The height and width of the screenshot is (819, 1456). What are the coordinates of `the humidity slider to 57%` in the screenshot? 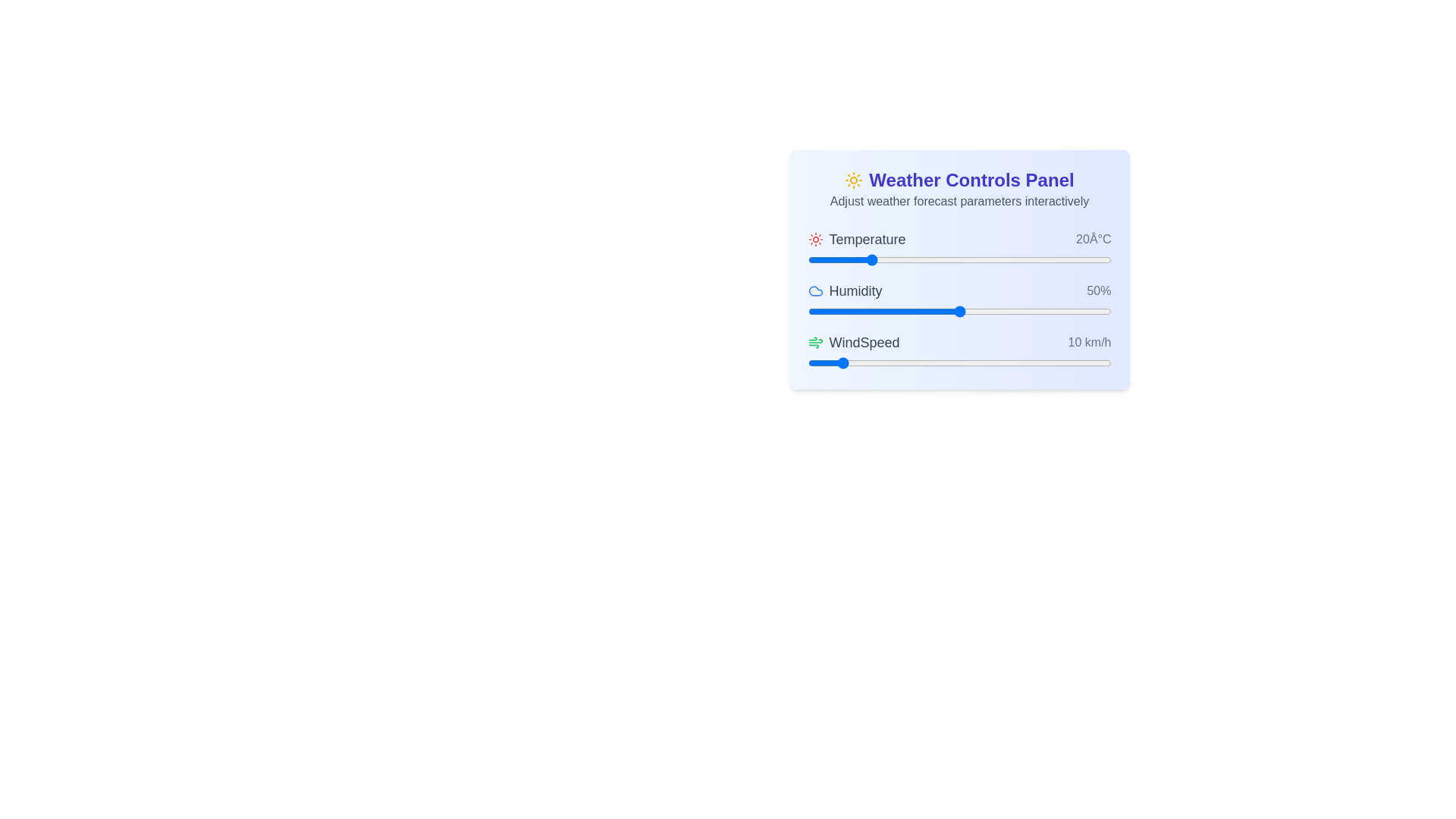 It's located at (981, 311).